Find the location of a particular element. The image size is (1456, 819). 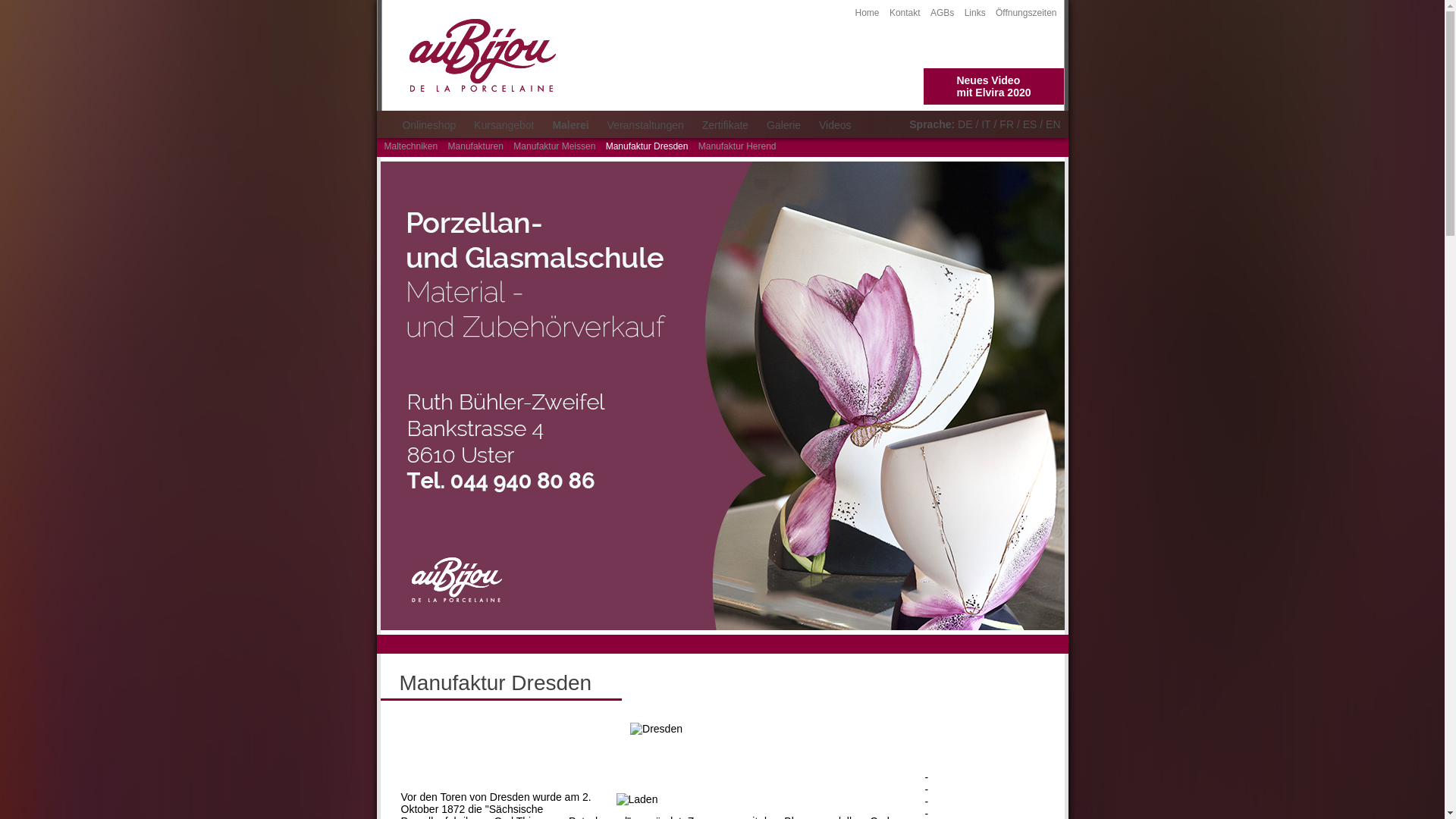

'Dresden' is located at coordinates (656, 727).